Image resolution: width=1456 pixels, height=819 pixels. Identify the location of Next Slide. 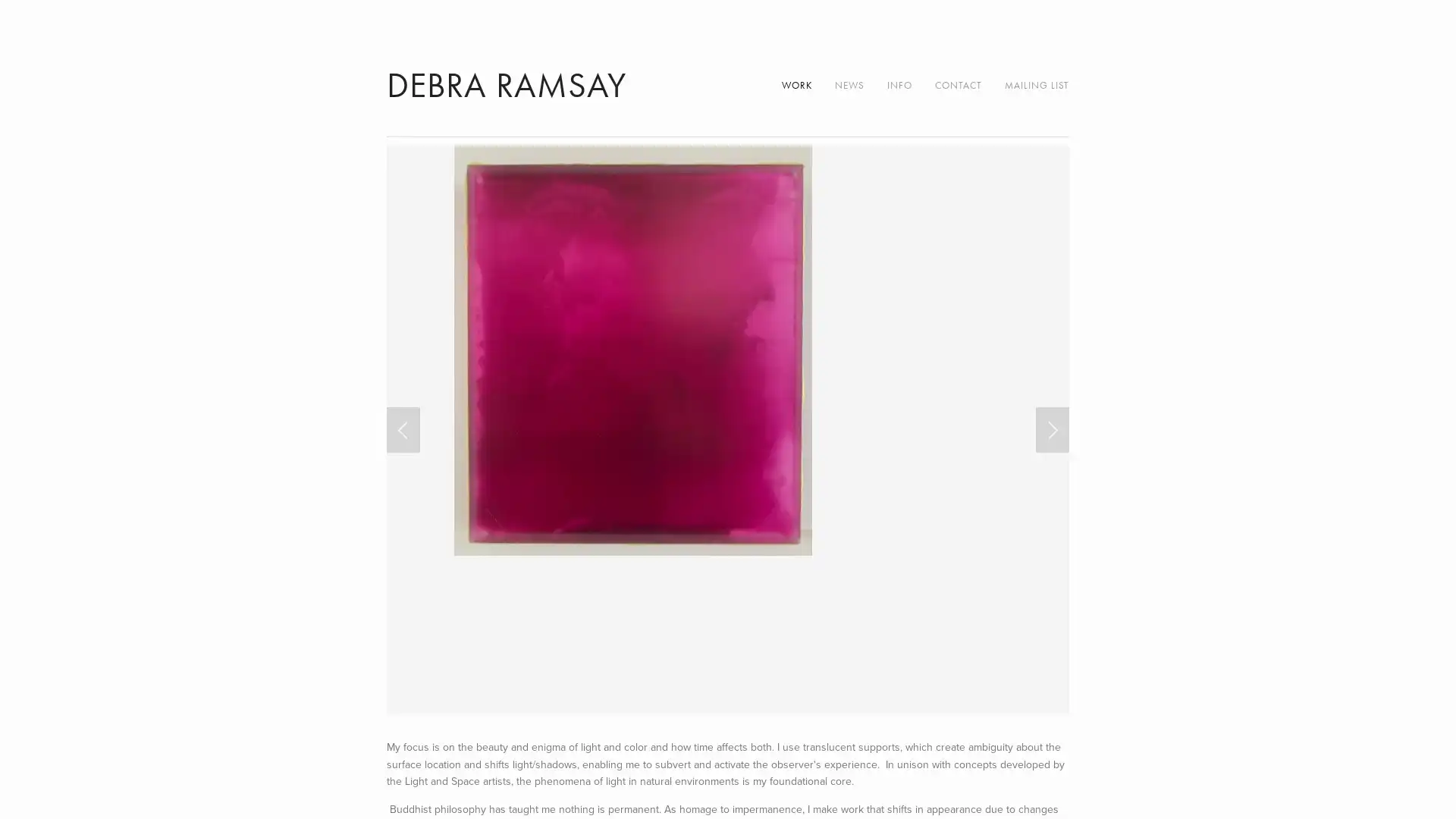
(1051, 429).